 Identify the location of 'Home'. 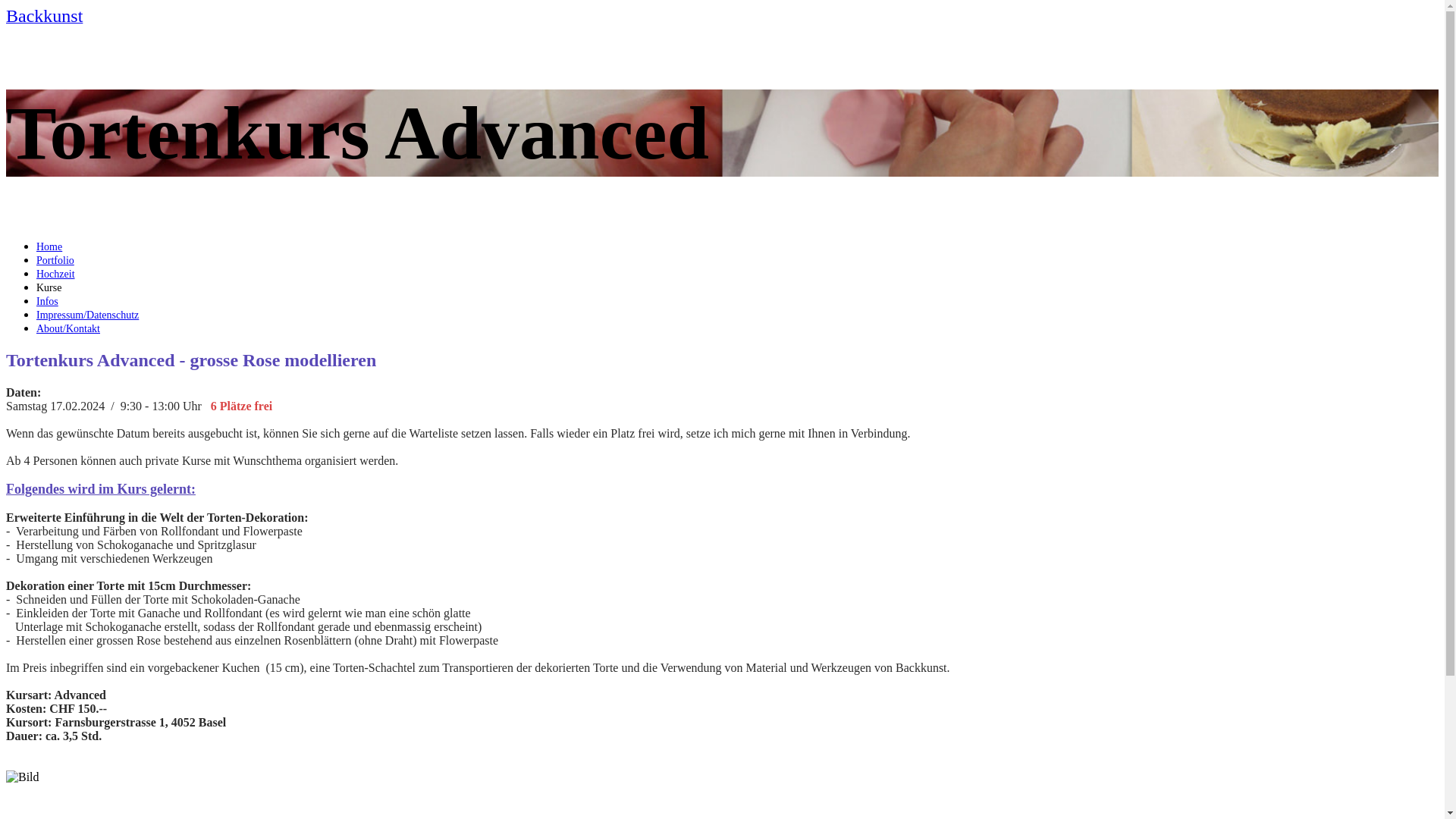
(49, 246).